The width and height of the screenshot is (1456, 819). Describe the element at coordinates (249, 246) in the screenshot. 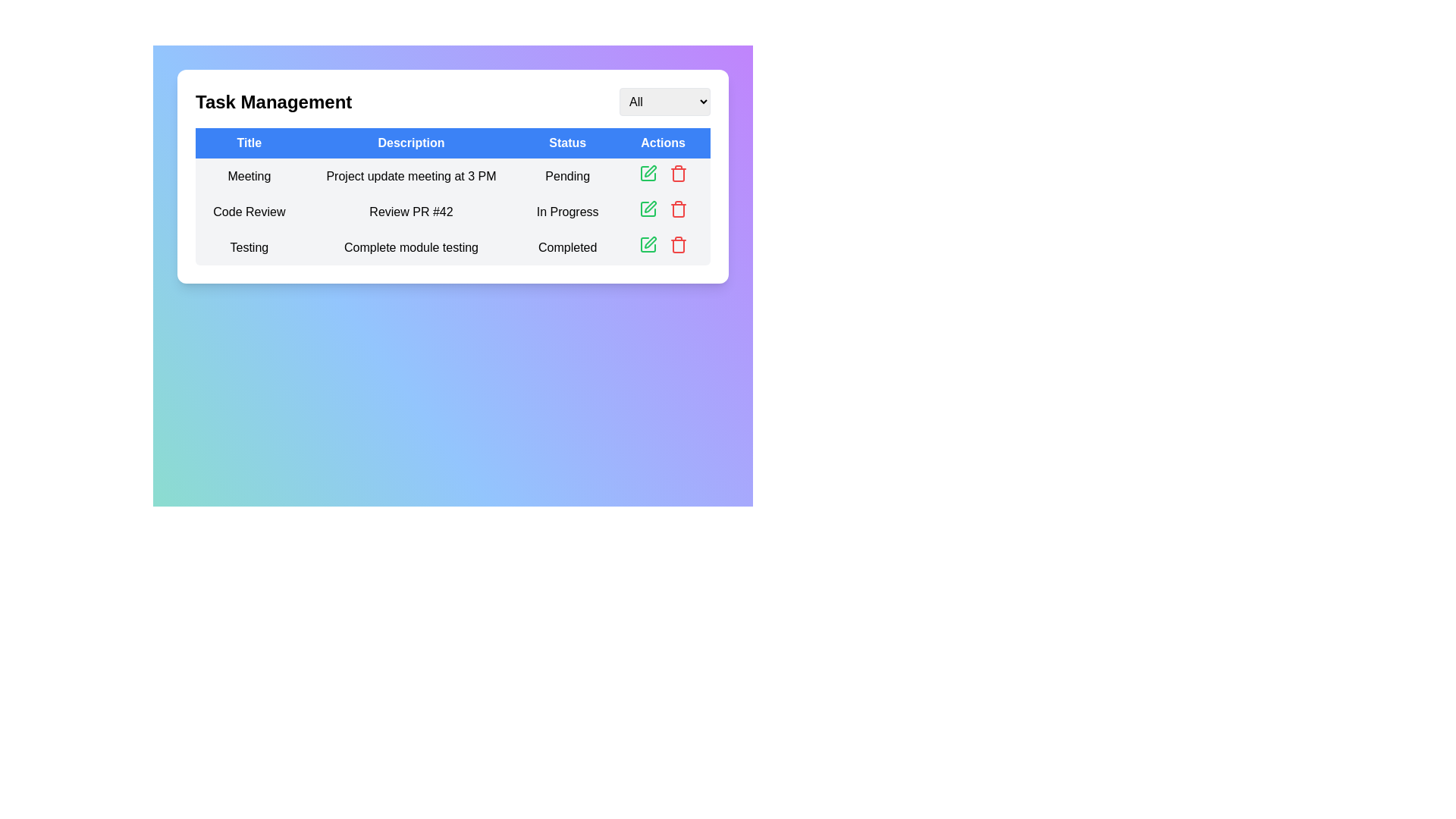

I see `the text label or table cell that serves as a title or identifier for a task, located in the leftmost column of a table under the title 'Title'` at that location.